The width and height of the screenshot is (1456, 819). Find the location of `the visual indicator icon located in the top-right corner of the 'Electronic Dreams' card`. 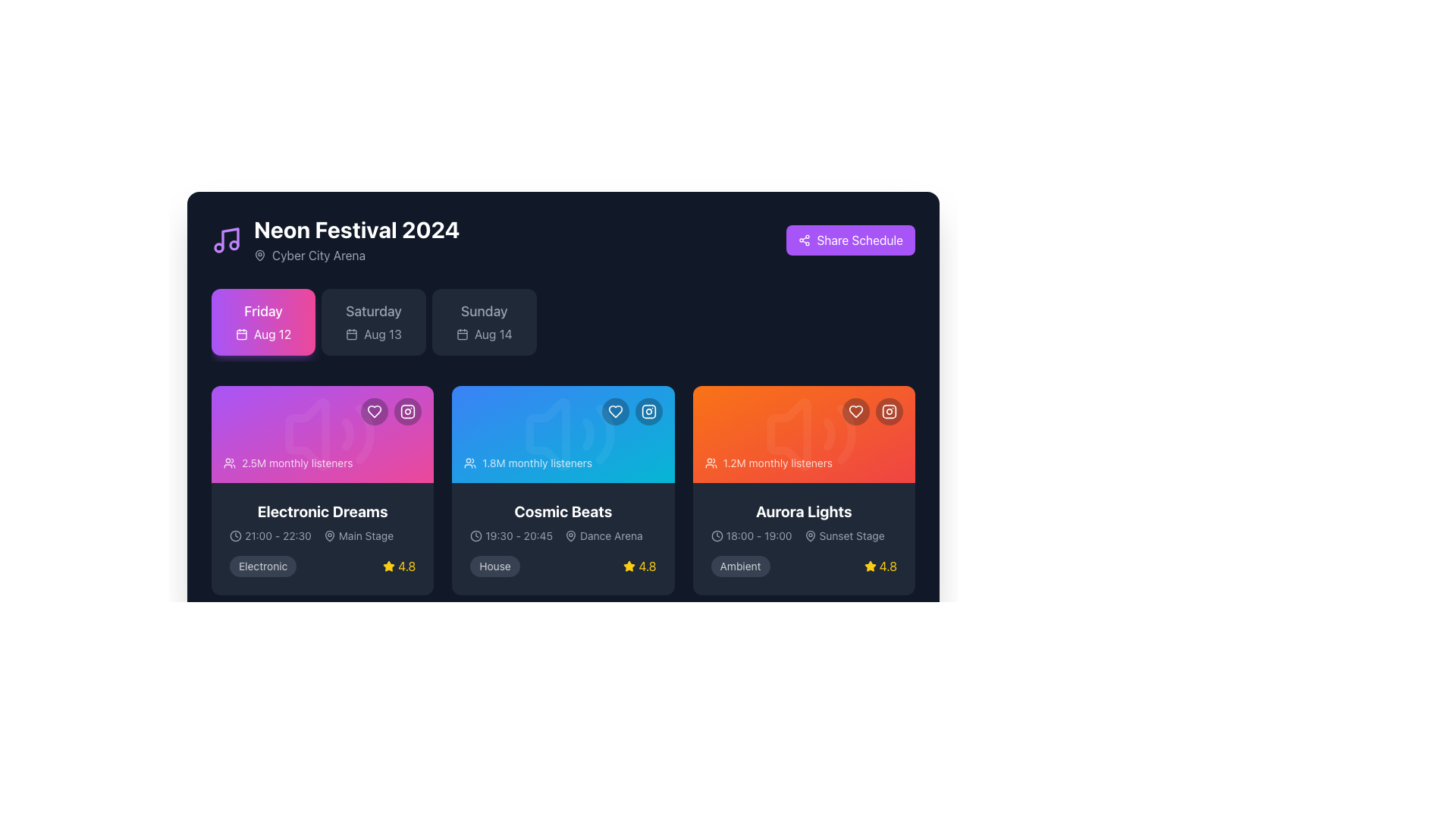

the visual indicator icon located in the top-right corner of the 'Electronic Dreams' card is located at coordinates (408, 412).